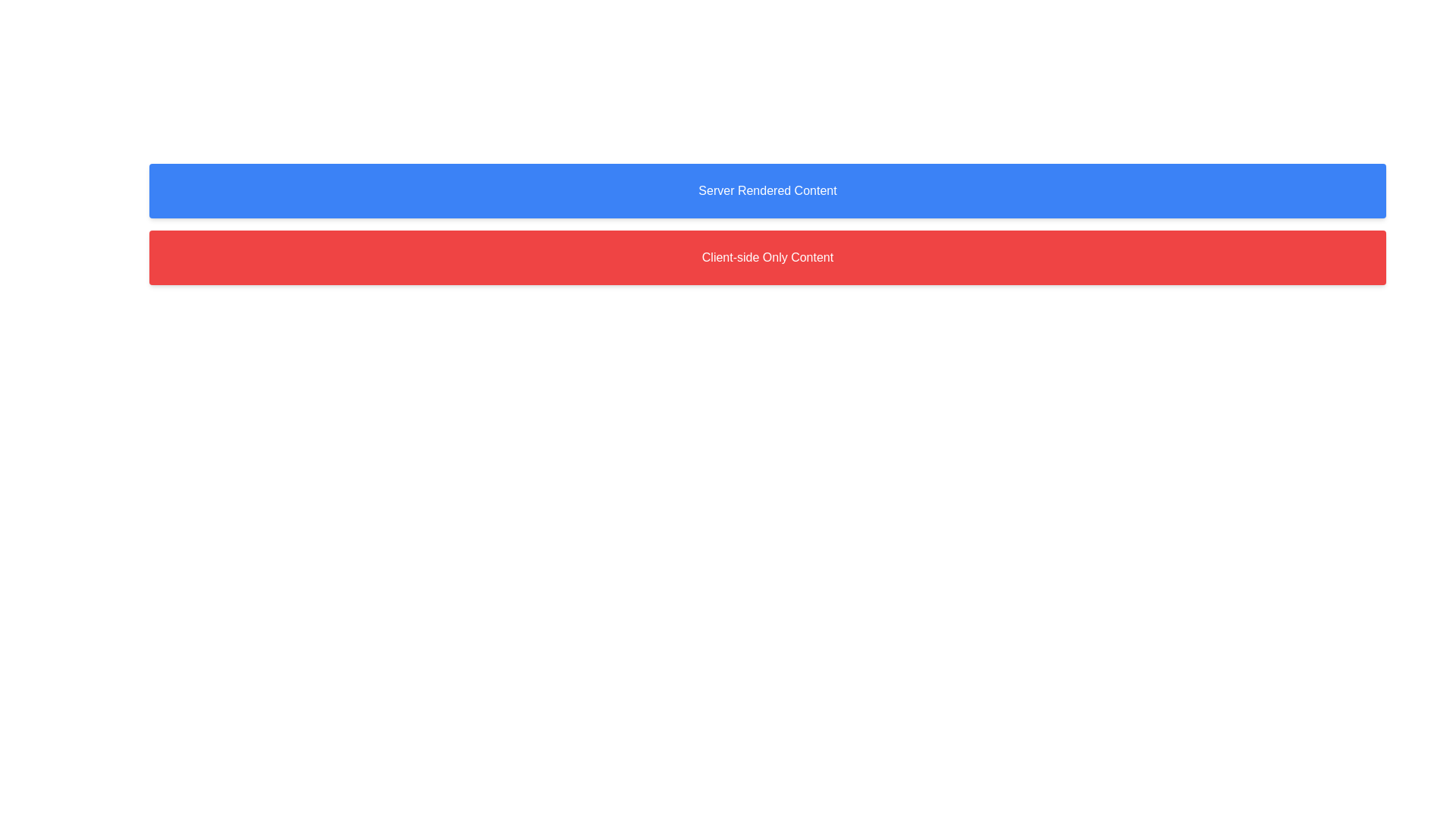 This screenshot has width=1456, height=819. Describe the element at coordinates (767, 190) in the screenshot. I see `the Static content box, which serves as a label or content display box informing users about server-rendered content, positioned above the red 'Client-side Only Content'` at that location.